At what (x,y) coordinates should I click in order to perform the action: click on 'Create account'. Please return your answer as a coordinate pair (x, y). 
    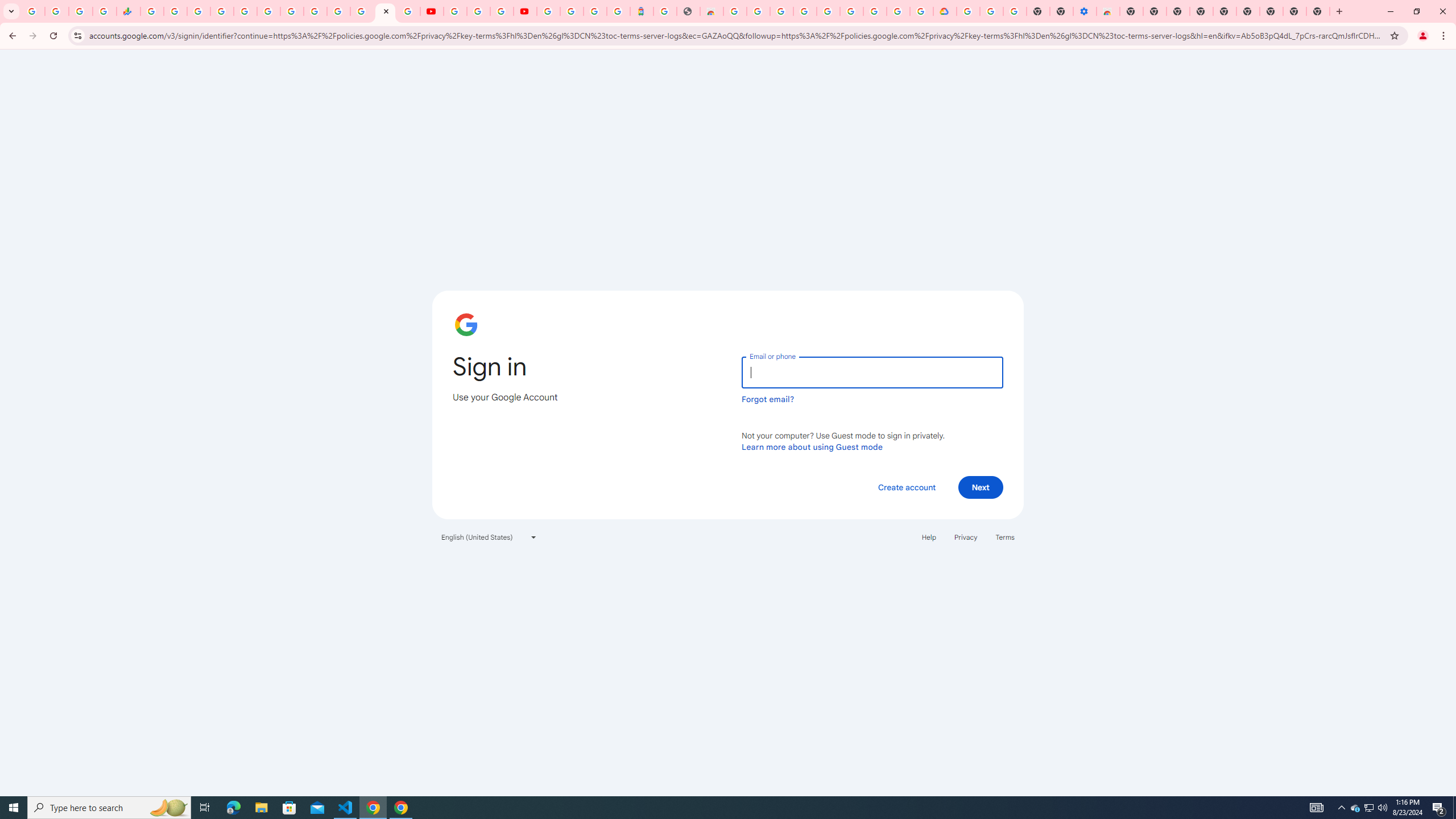
    Looking at the image, I should click on (906, 486).